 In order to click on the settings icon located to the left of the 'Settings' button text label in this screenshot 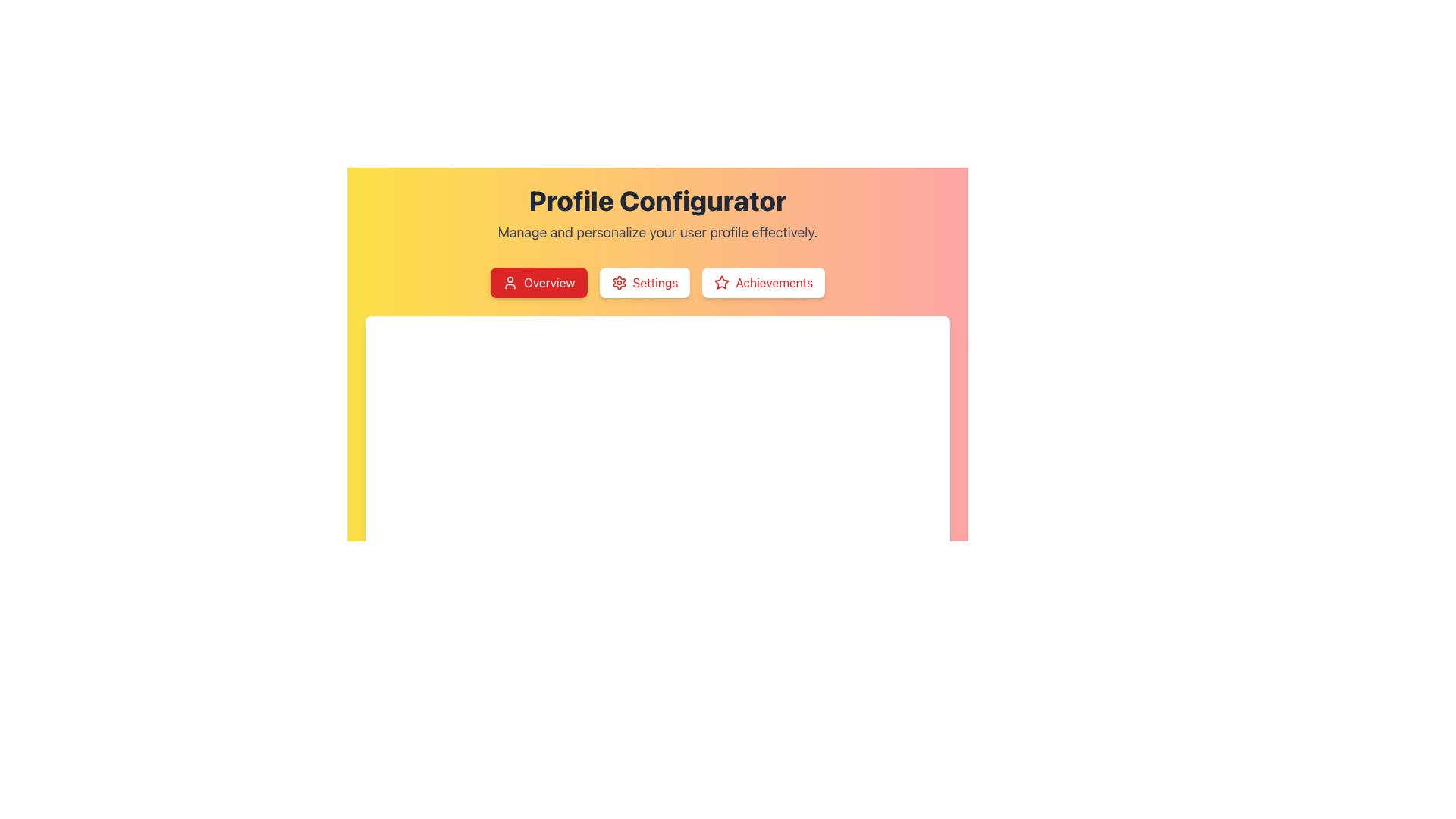, I will do `click(619, 283)`.